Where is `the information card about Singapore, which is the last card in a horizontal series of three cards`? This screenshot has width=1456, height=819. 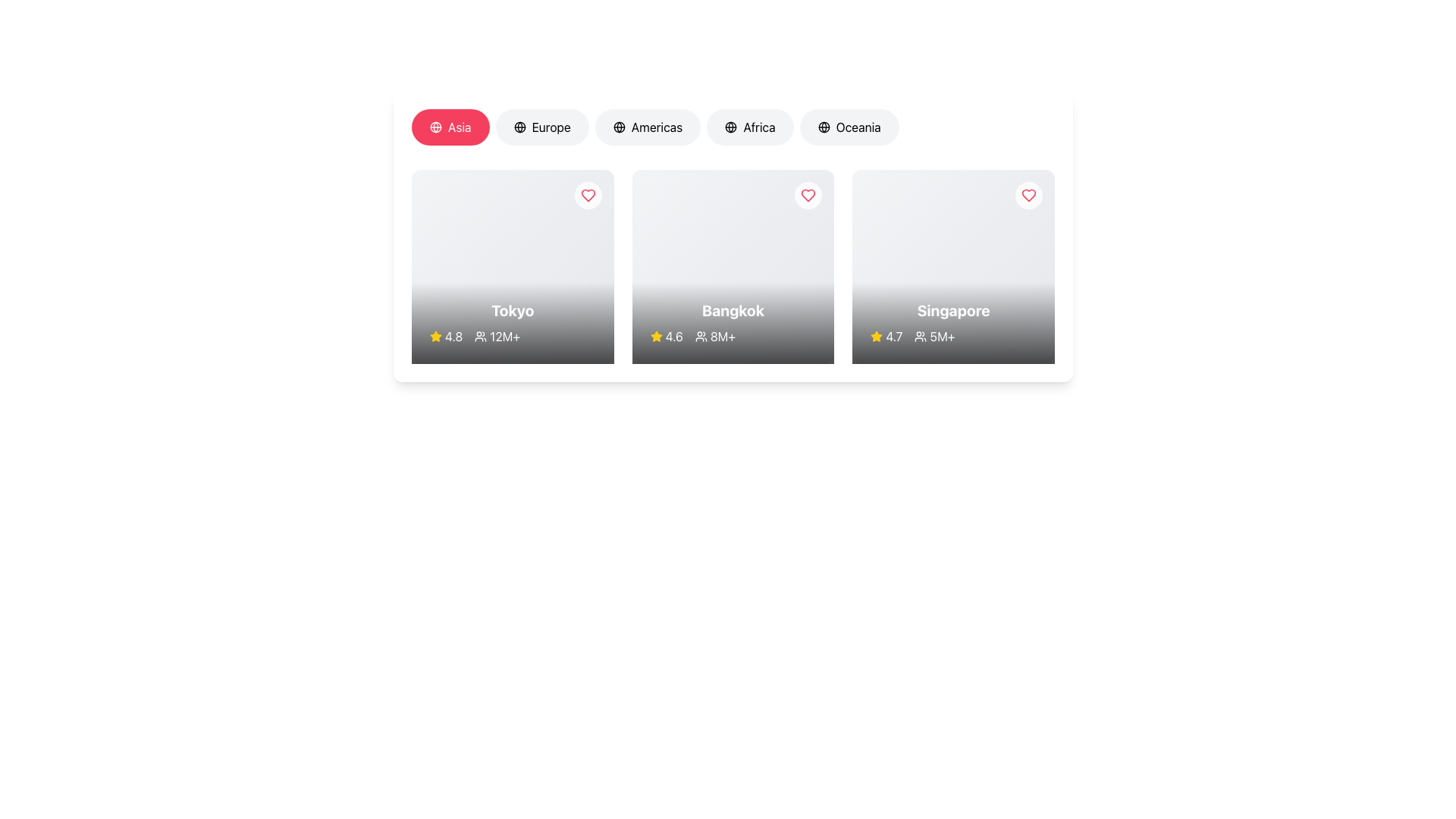 the information card about Singapore, which is the last card in a horizontal series of three cards is located at coordinates (952, 265).